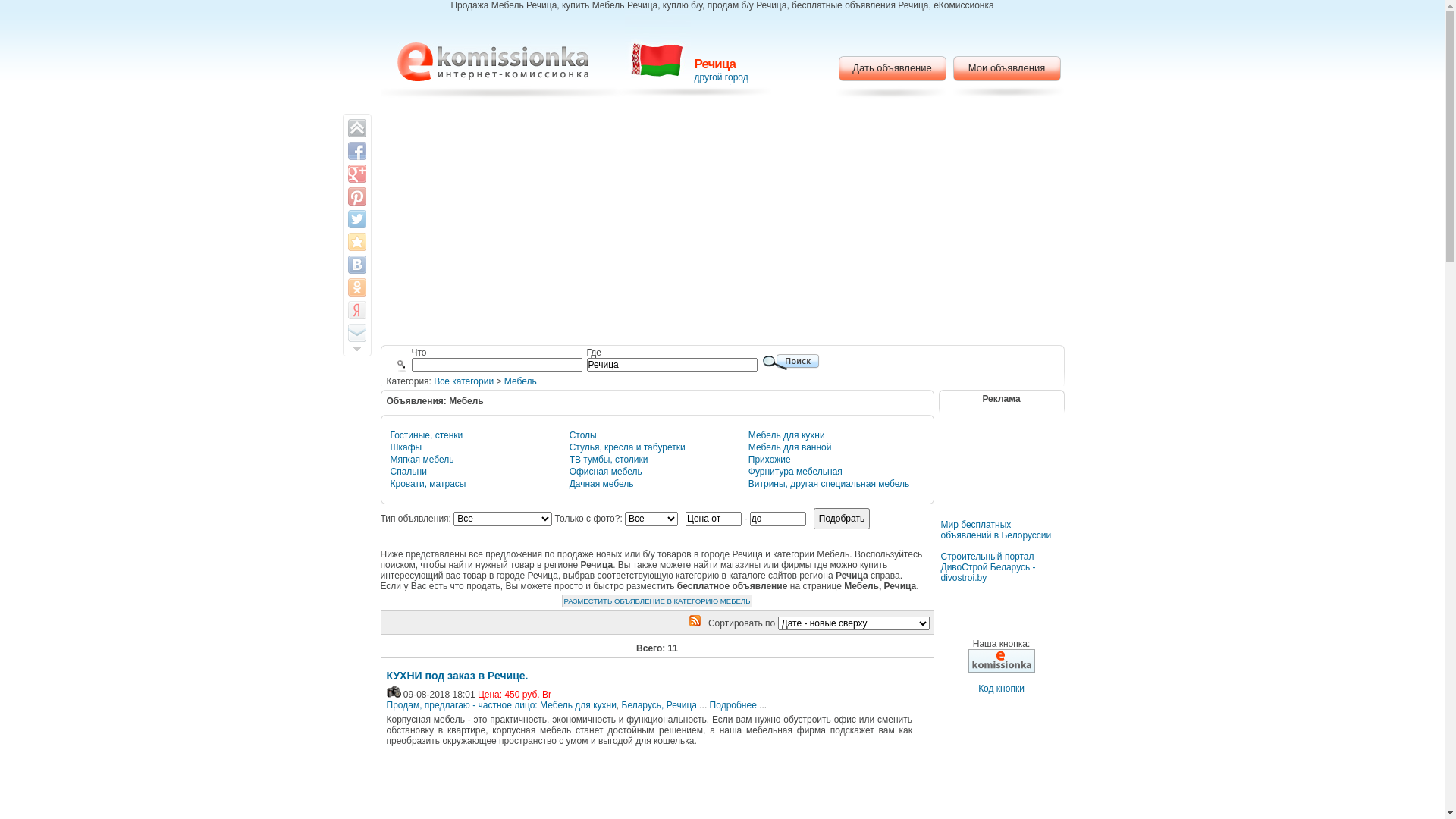 The image size is (1456, 819). What do you see at coordinates (356, 219) in the screenshot?
I see `'Share on Twitter'` at bounding box center [356, 219].